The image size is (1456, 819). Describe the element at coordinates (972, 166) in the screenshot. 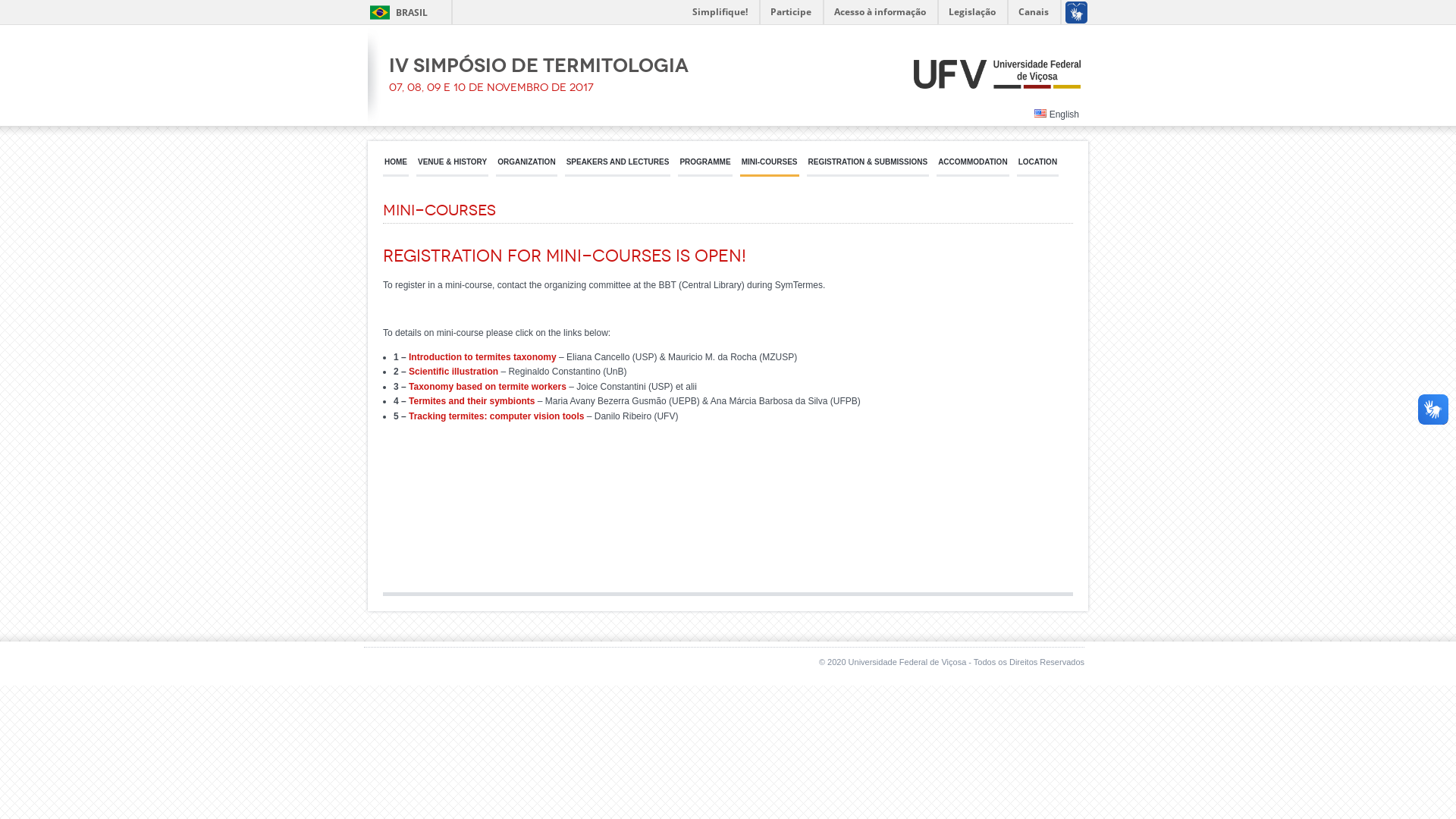

I see `'ACCOMMODATION'` at that location.